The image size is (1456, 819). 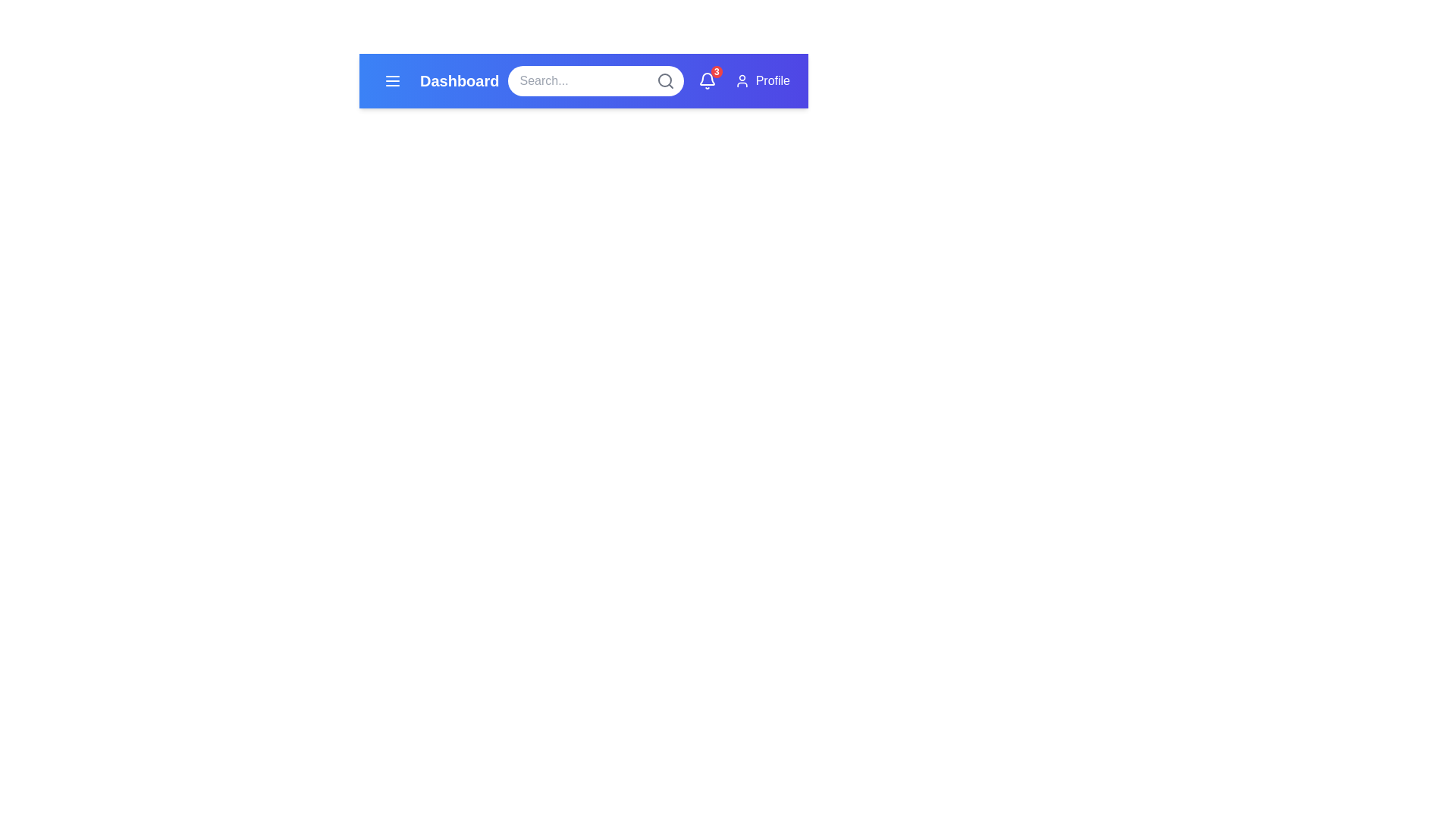 What do you see at coordinates (393, 81) in the screenshot?
I see `the menu toggle button located in the upper-left area of the viewport, positioned before the 'Dashboard' label` at bounding box center [393, 81].